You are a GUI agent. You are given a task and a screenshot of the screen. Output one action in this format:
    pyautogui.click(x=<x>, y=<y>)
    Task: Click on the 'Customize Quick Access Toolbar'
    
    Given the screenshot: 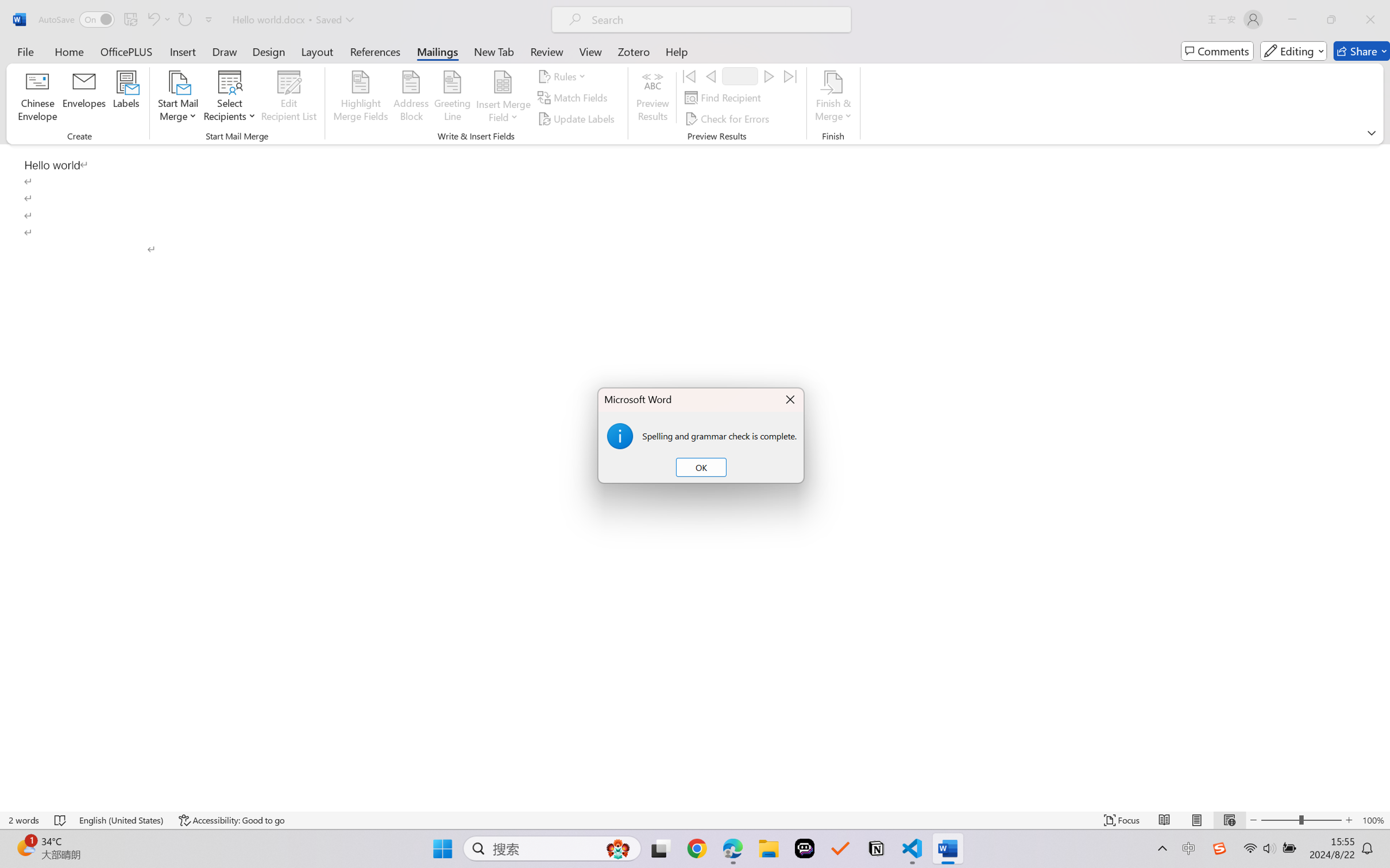 What is the action you would take?
    pyautogui.click(x=208, y=19)
    